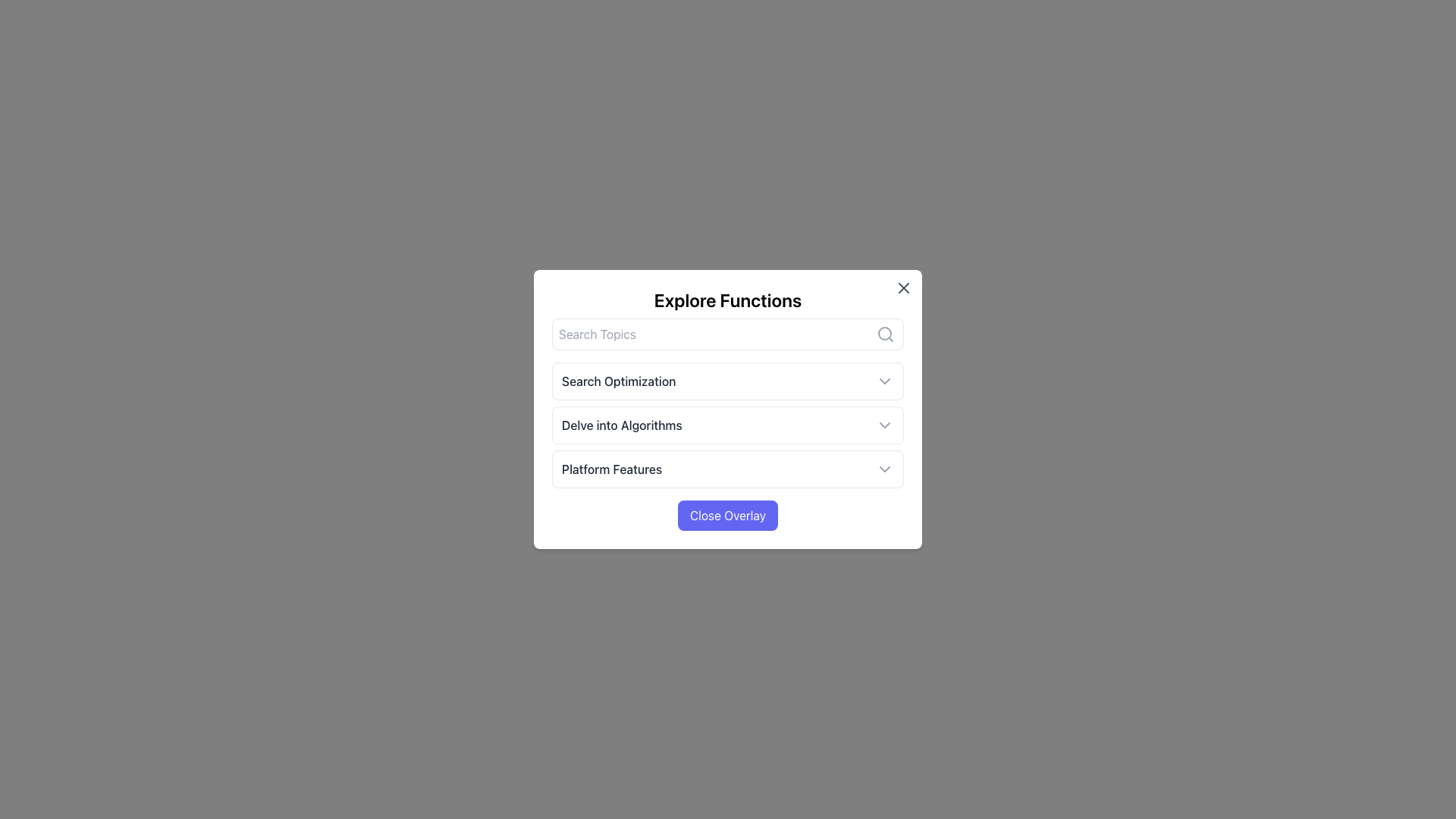 This screenshot has height=819, width=1456. What do you see at coordinates (622, 425) in the screenshot?
I see `the Text Label that describes a menu item in the modal, positioned slightly to the left of an SVG chevron icon` at bounding box center [622, 425].